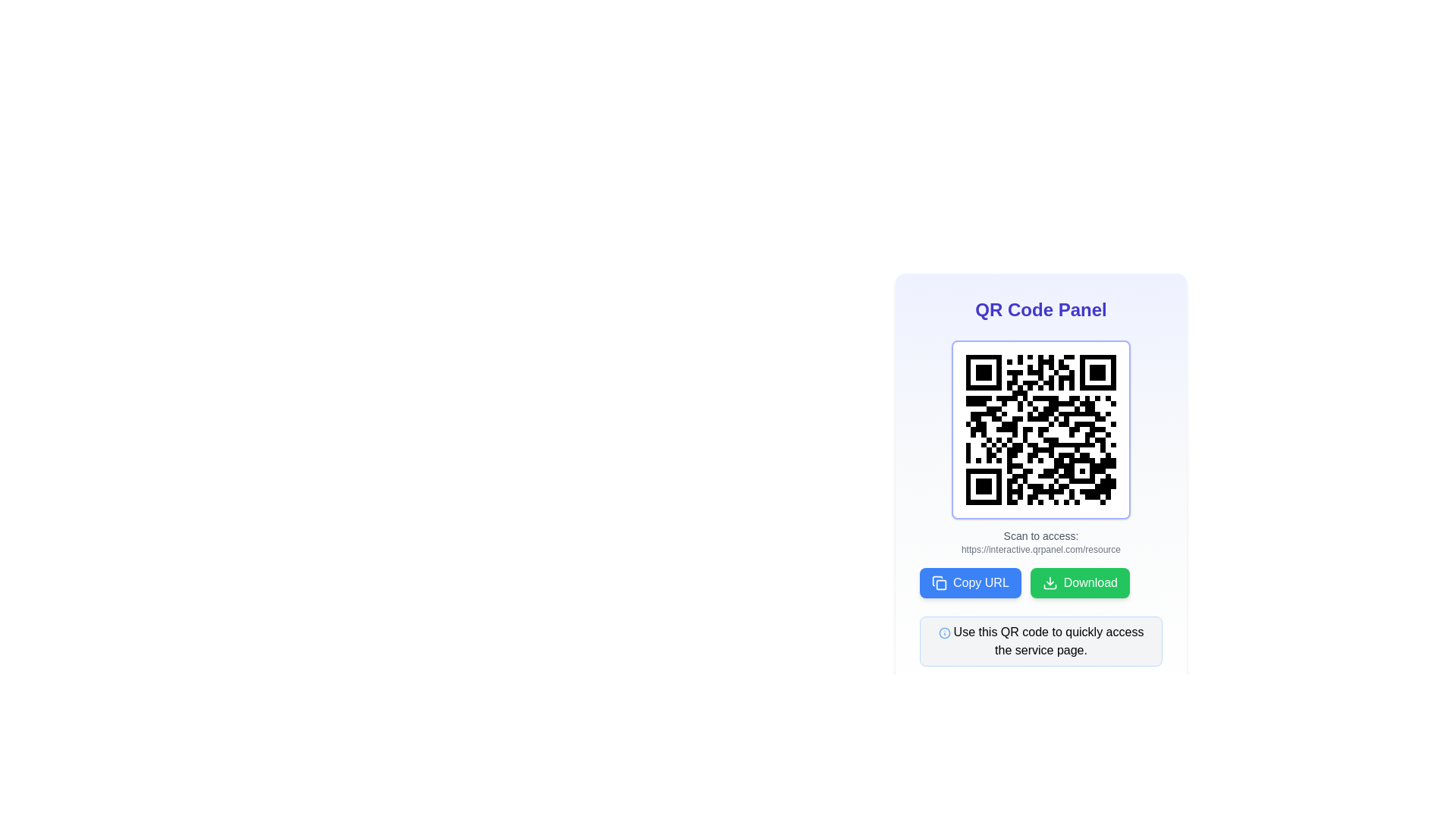 The height and width of the screenshot is (819, 1456). Describe the element at coordinates (940, 584) in the screenshot. I see `the copy icon element located at the center of the QR Code Panel interface, which visualizes the action of copying the associated link or QR code` at that location.